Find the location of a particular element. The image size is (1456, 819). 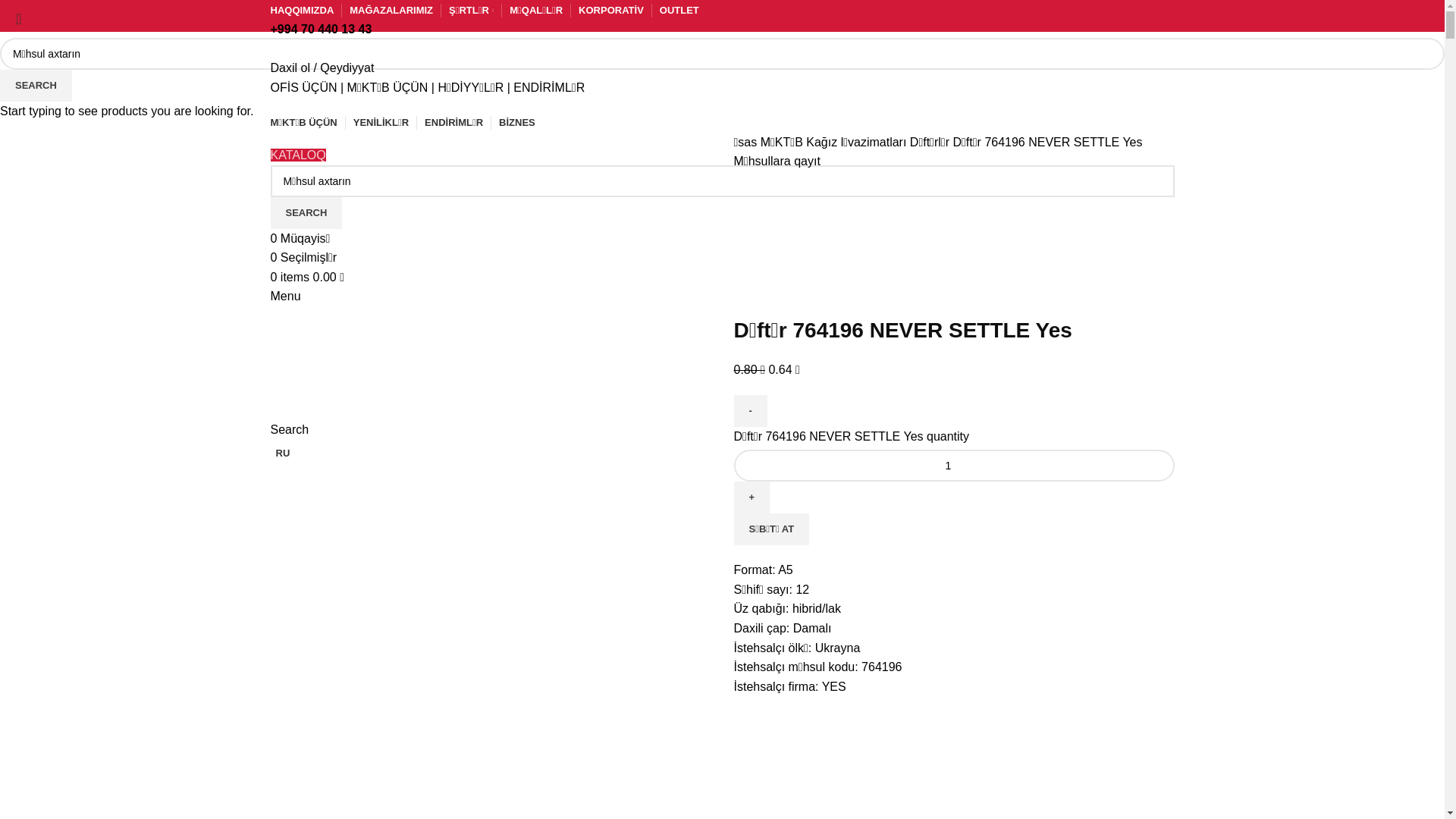

'HAQQIMIZDA' is located at coordinates (269, 11).